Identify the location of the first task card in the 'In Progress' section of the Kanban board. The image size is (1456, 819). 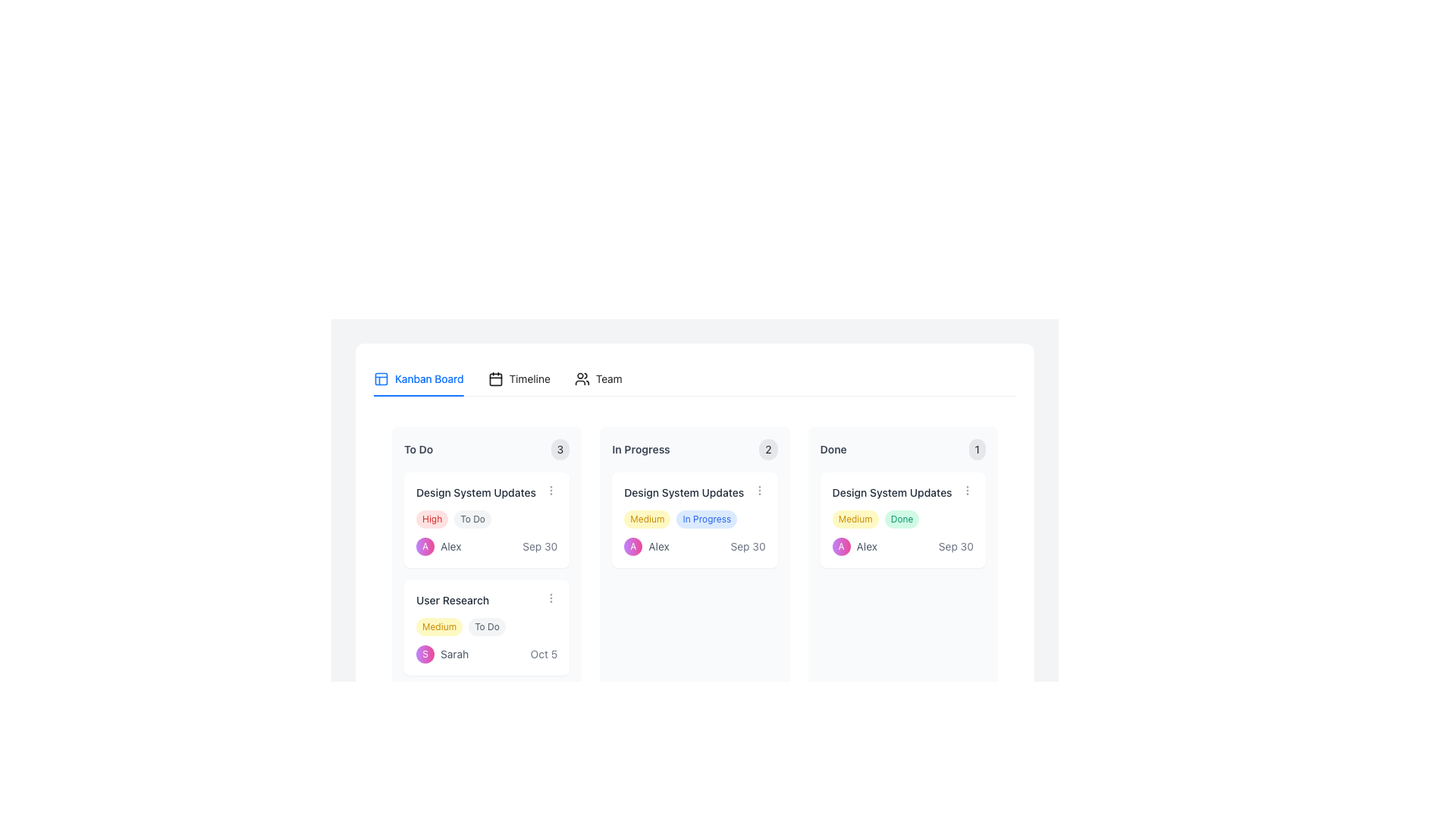
(694, 519).